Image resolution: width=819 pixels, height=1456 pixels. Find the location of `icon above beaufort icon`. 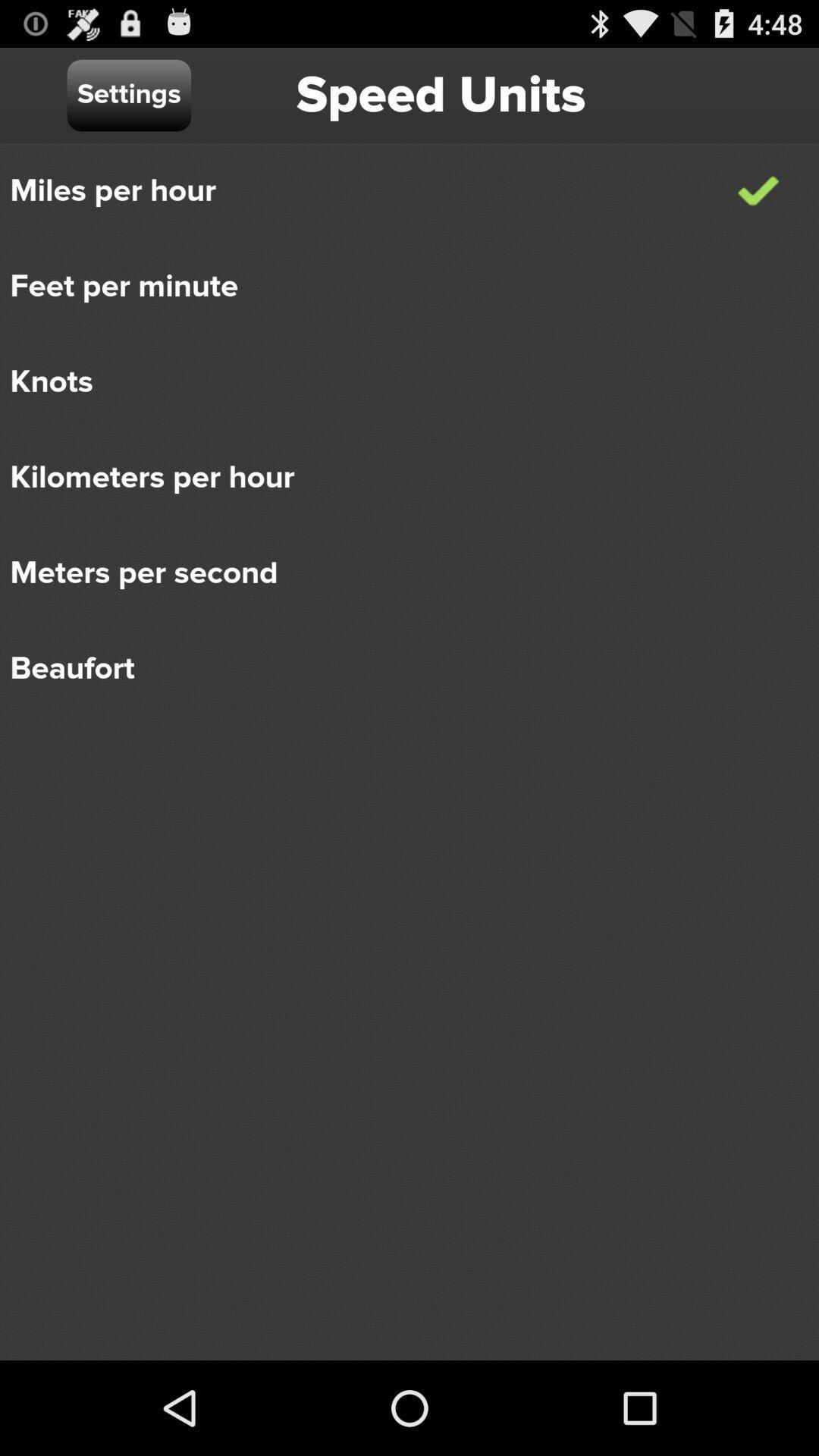

icon above beaufort icon is located at coordinates (398, 572).